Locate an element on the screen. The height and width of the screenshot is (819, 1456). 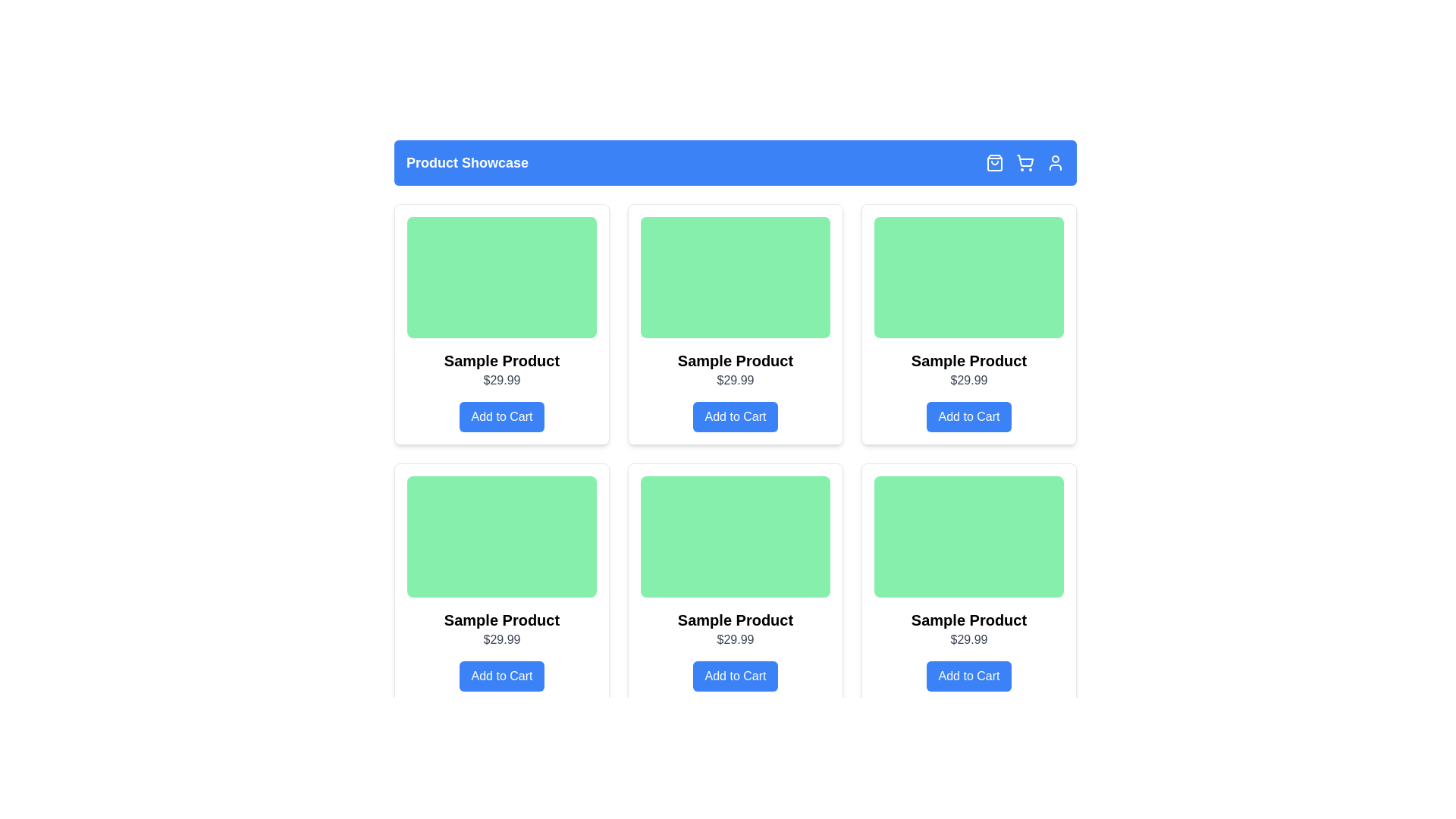
the Text label displaying the price of the product, which is positioned below the title 'Sample Product' and above the 'Add to Cart' button is located at coordinates (502, 379).